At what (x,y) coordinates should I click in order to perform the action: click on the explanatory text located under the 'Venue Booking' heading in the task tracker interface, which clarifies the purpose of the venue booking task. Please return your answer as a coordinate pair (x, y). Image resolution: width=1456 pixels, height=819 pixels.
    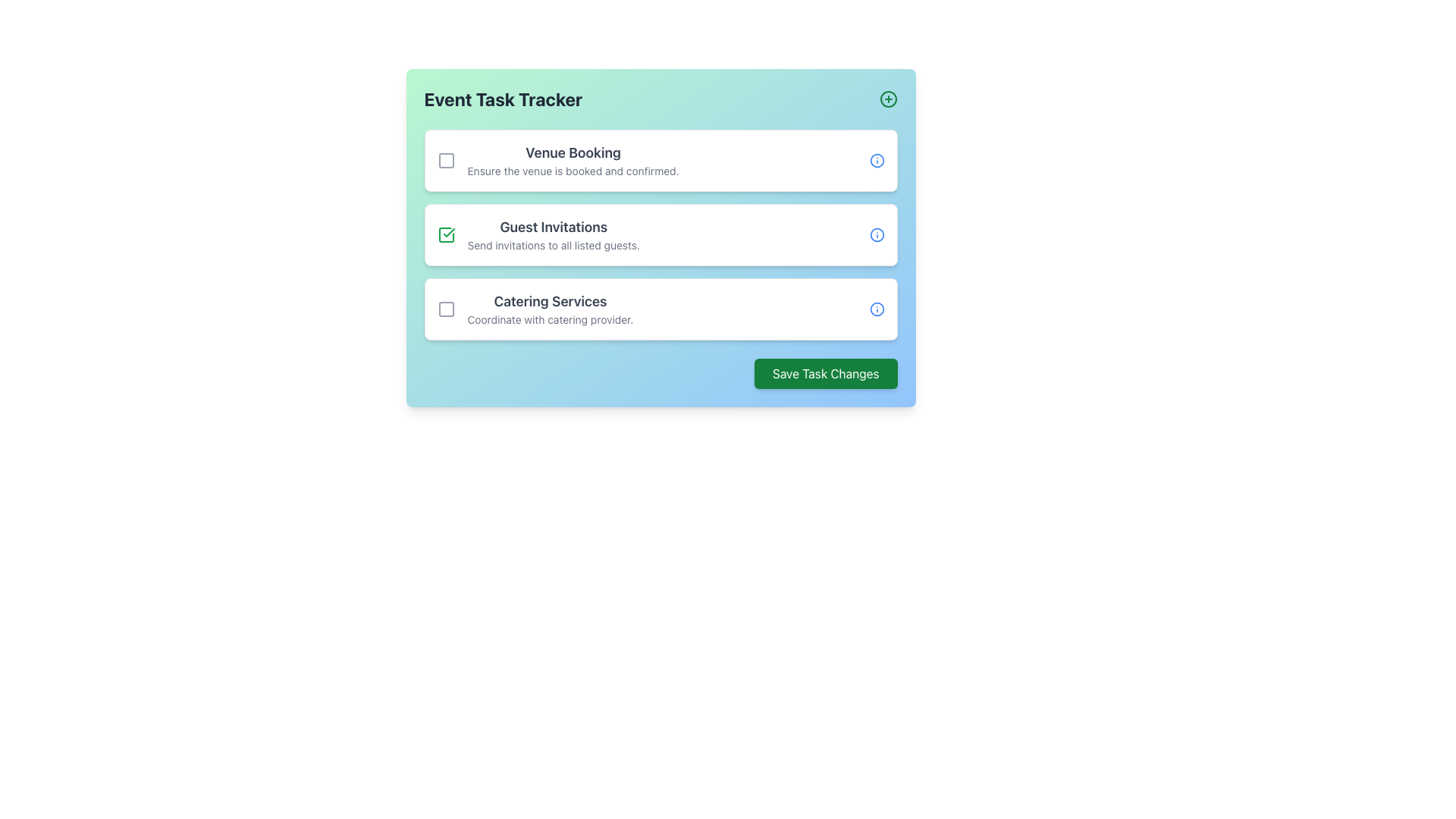
    Looking at the image, I should click on (573, 171).